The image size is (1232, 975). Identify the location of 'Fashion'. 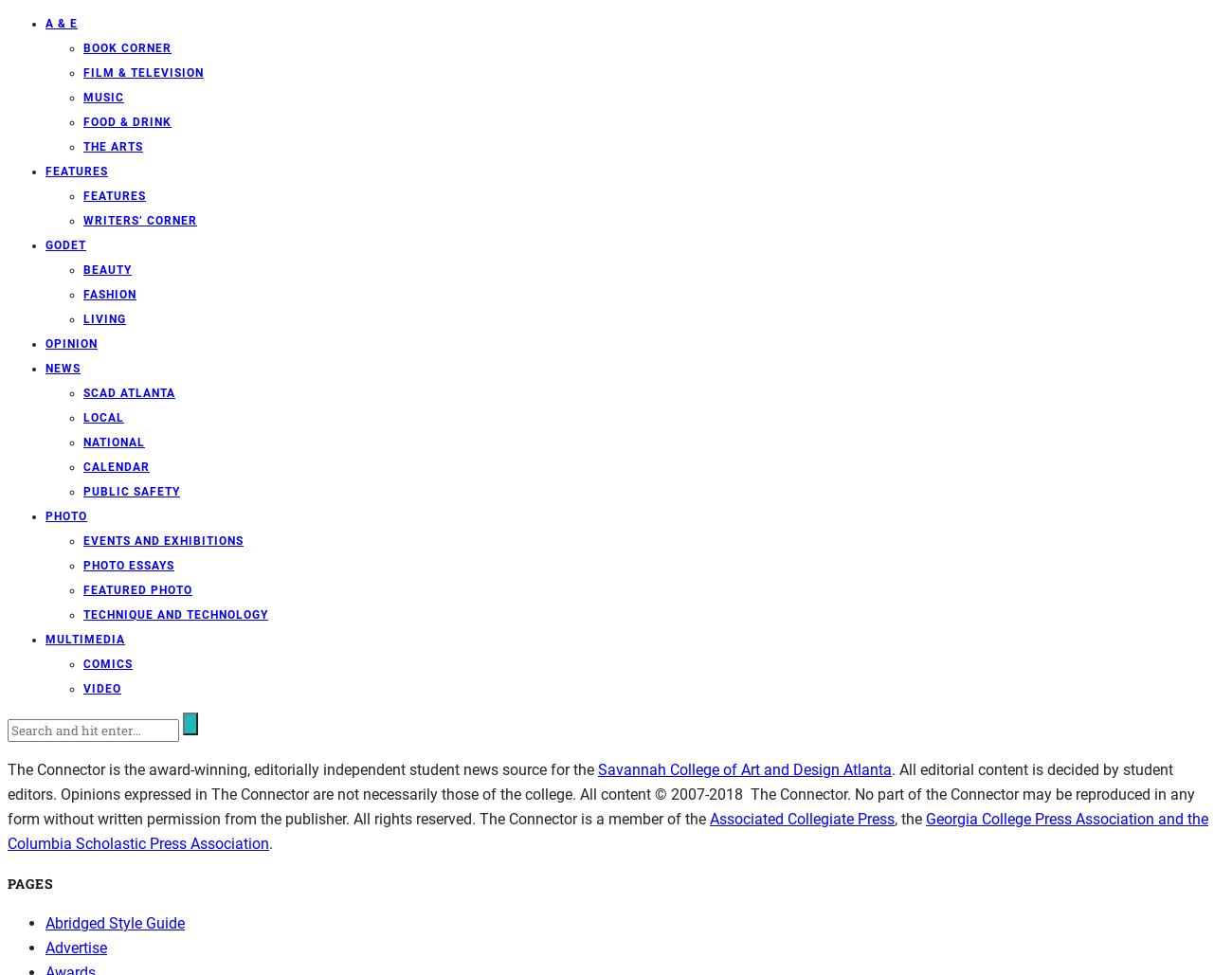
(108, 294).